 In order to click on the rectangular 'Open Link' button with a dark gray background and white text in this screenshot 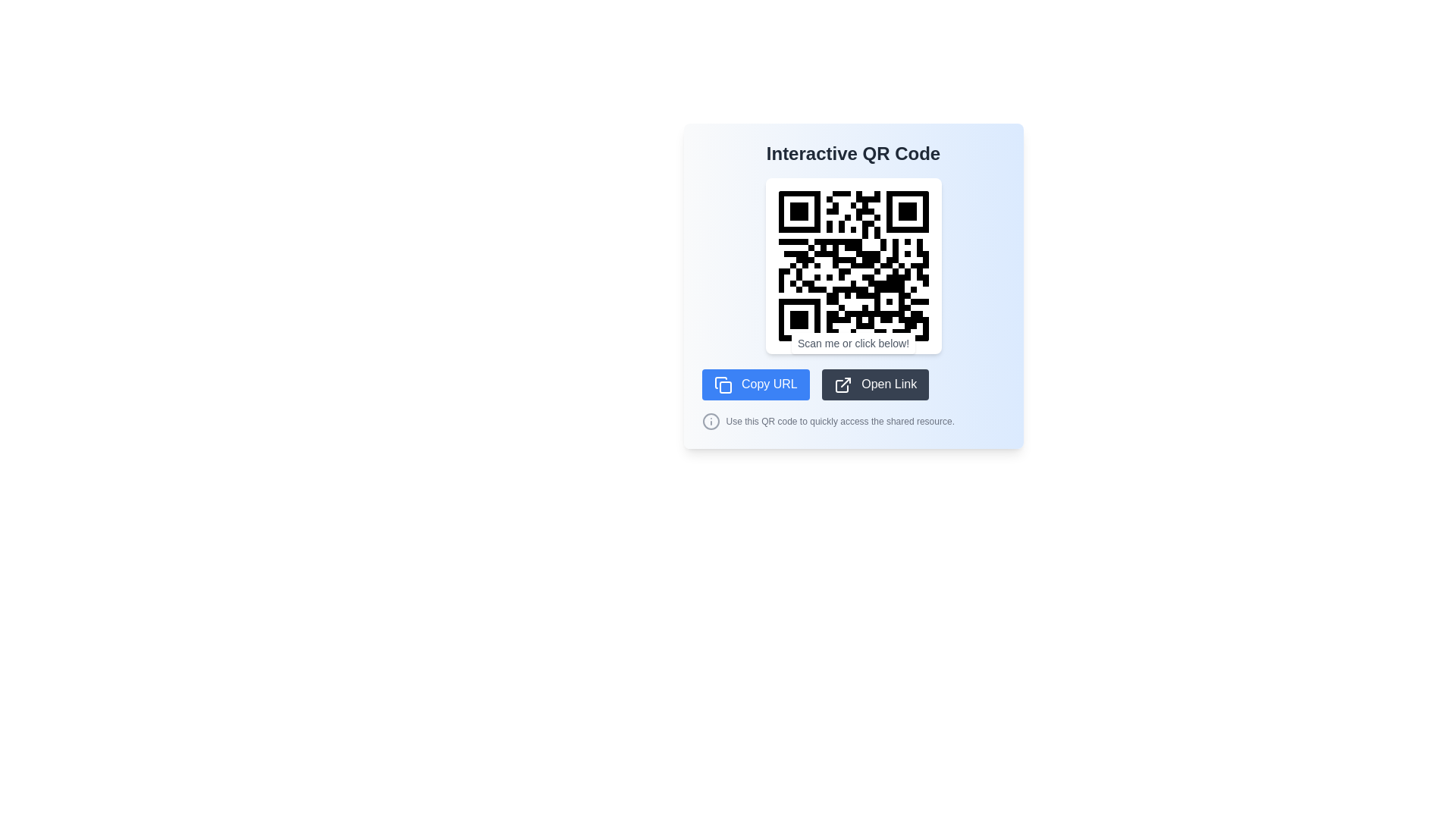, I will do `click(875, 384)`.